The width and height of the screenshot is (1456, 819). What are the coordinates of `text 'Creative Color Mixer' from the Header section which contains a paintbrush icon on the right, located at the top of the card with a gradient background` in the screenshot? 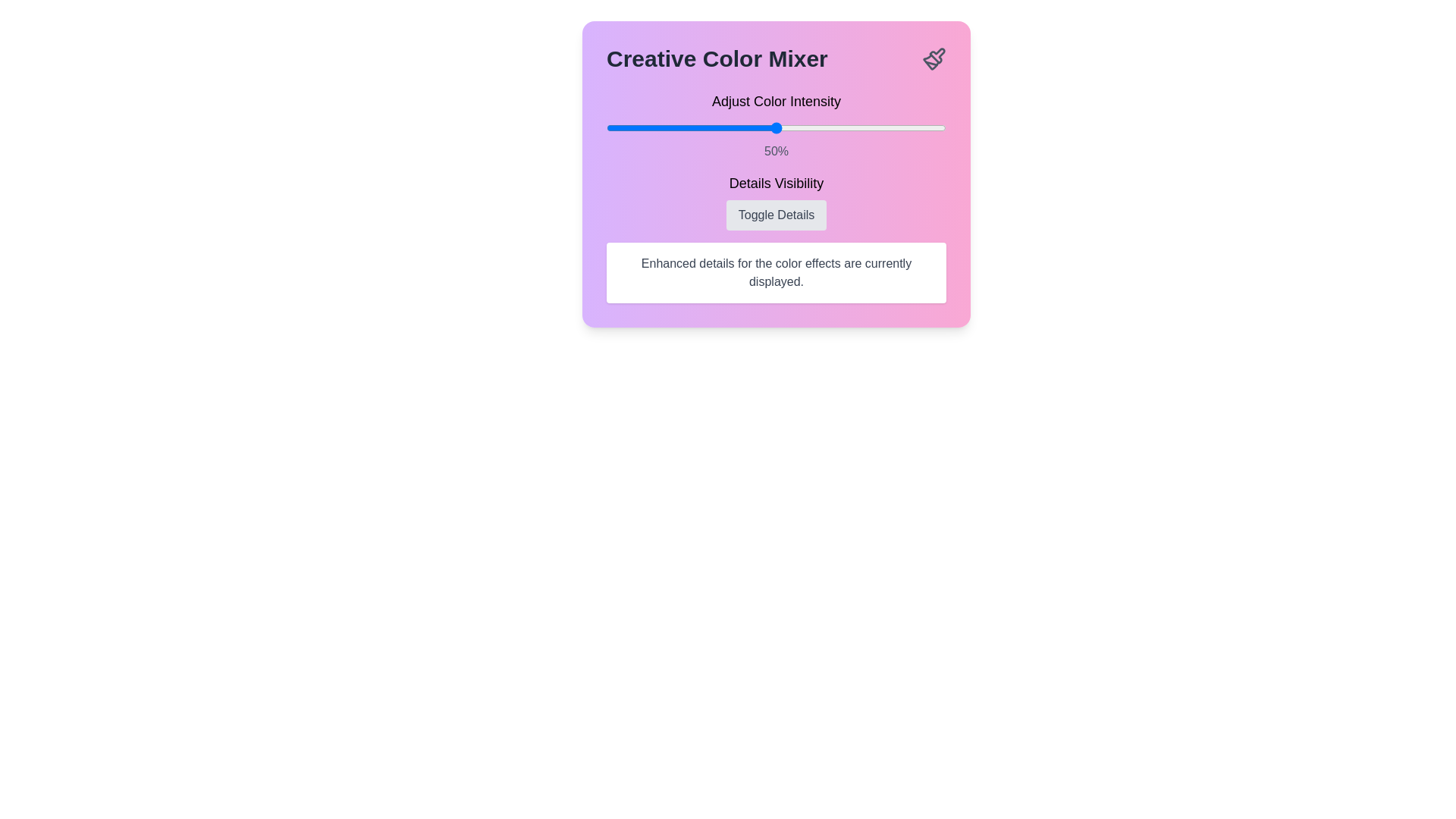 It's located at (776, 58).